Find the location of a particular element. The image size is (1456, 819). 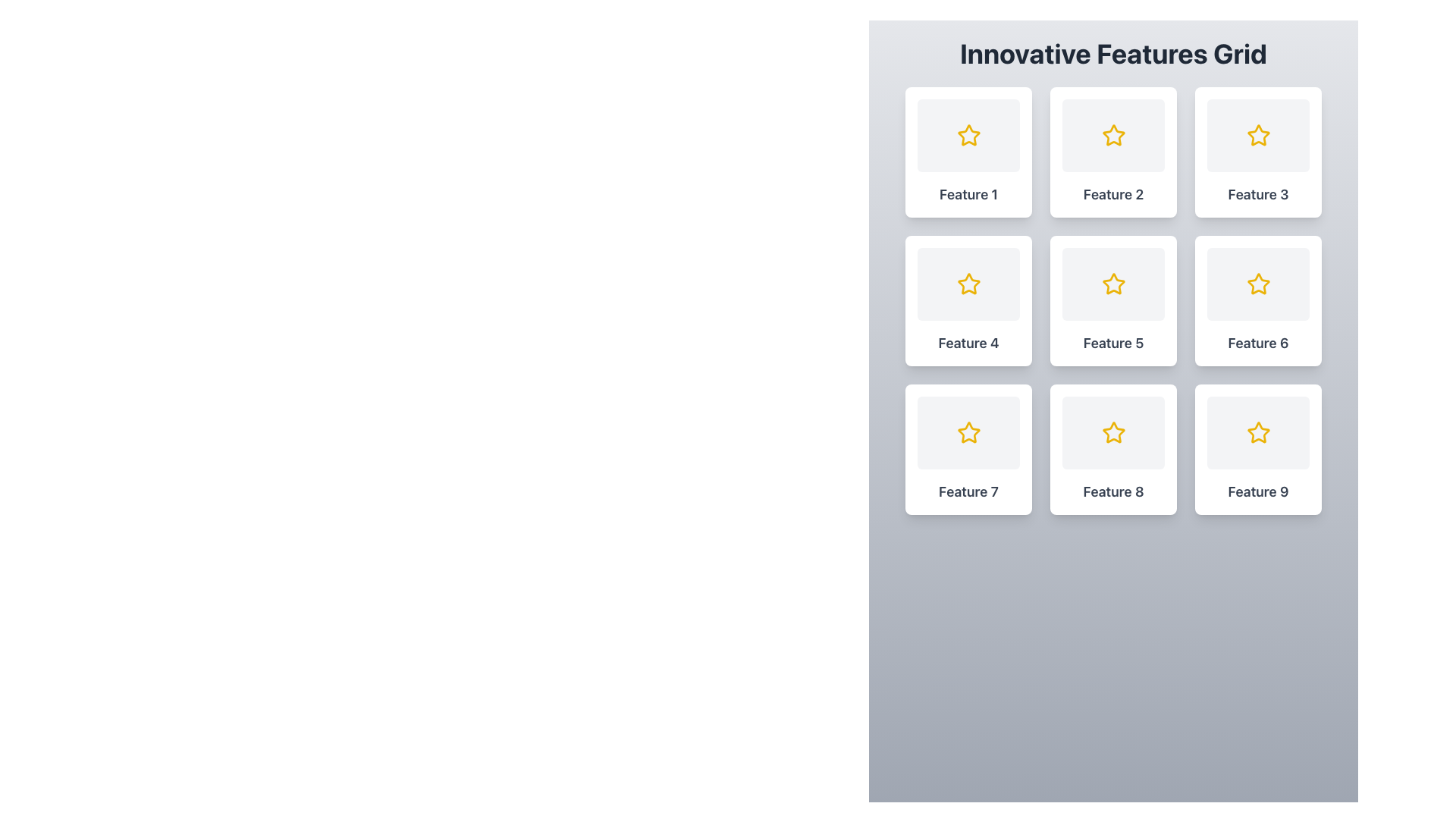

the star icon in the bottom-right corner of the 'Feature 9' grid item is located at coordinates (1258, 432).